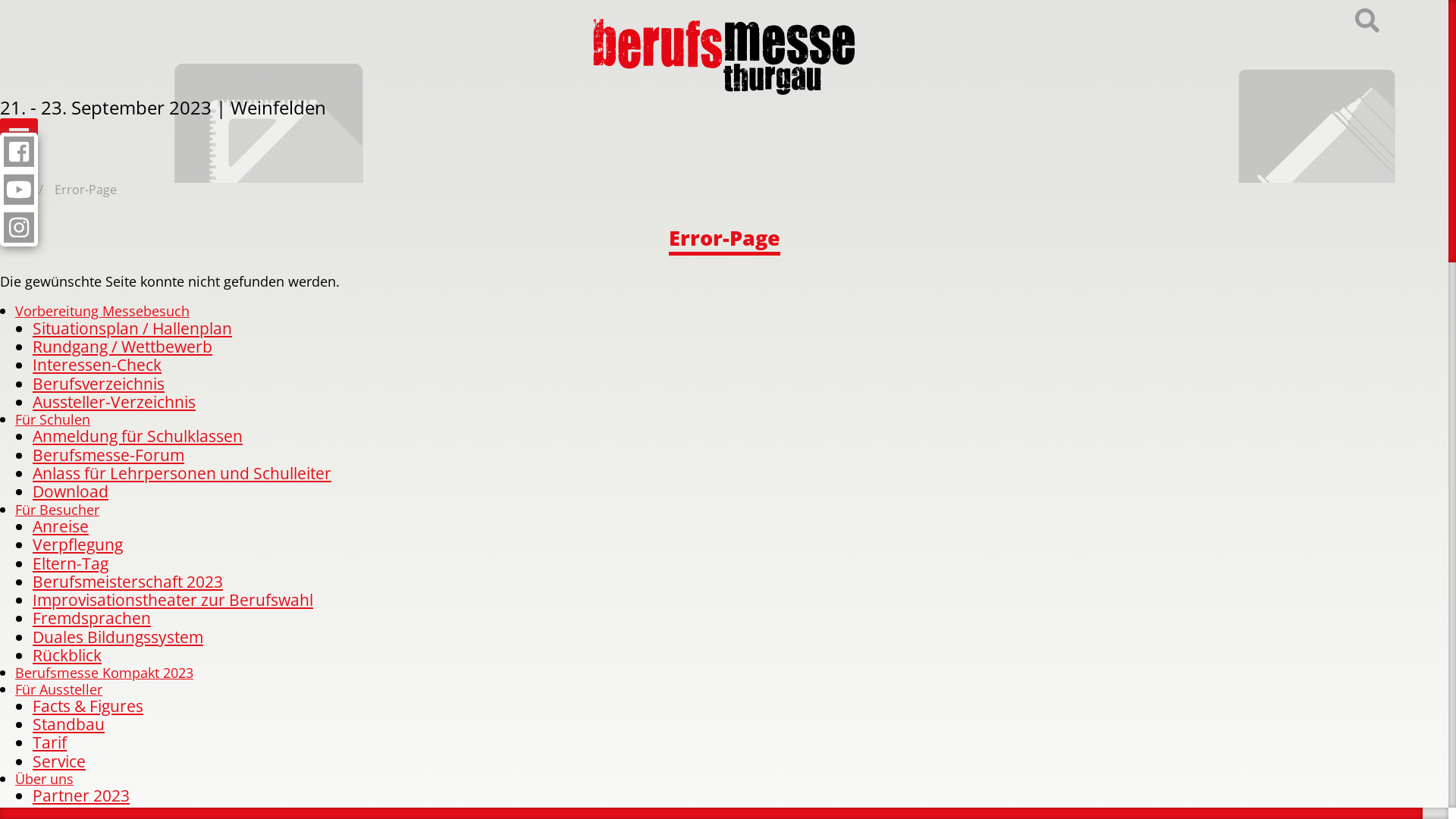 This screenshot has width=1456, height=819. I want to click on 'Vorbereitung Messebesuch', so click(101, 309).